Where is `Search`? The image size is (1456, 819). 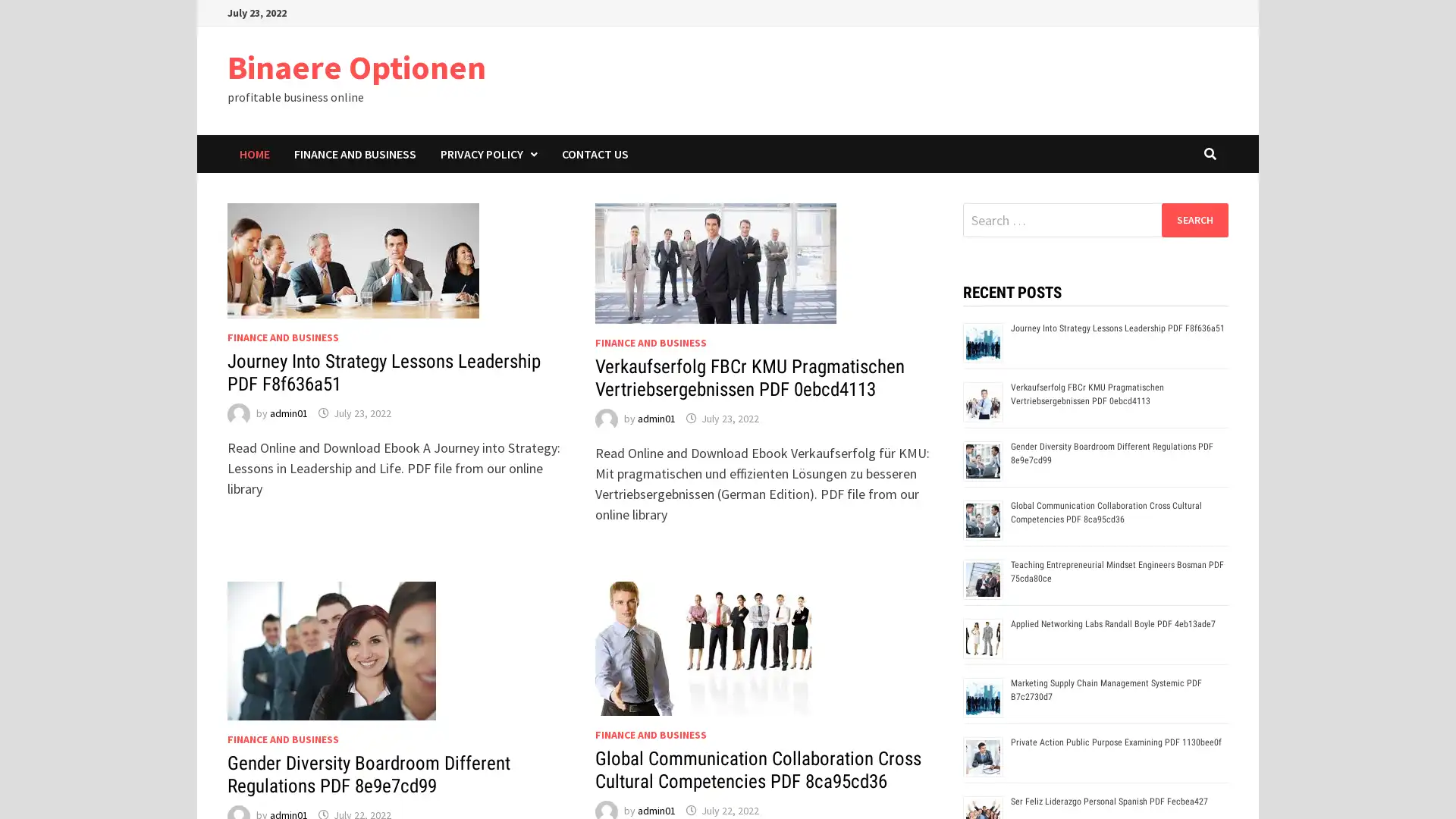 Search is located at coordinates (1194, 219).